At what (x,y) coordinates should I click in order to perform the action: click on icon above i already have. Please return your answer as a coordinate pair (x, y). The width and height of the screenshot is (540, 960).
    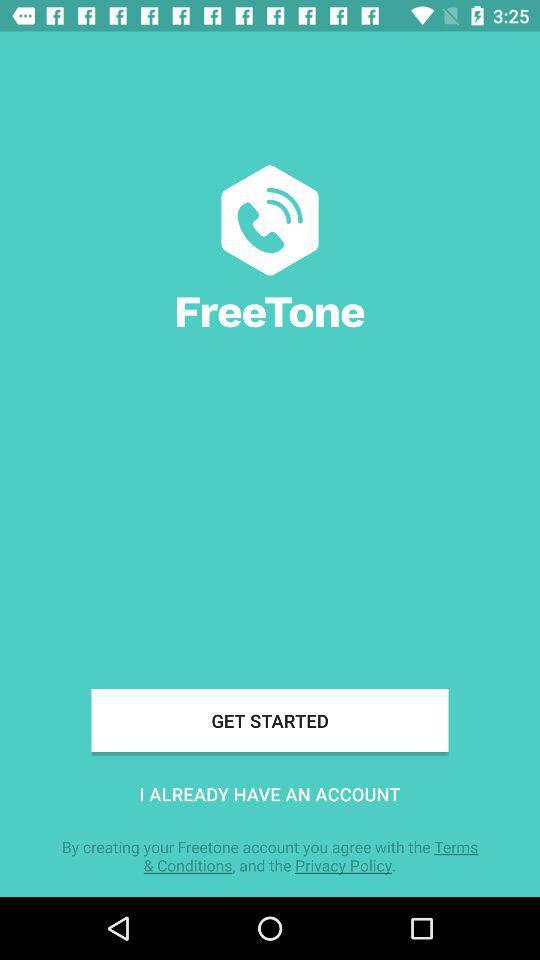
    Looking at the image, I should click on (270, 720).